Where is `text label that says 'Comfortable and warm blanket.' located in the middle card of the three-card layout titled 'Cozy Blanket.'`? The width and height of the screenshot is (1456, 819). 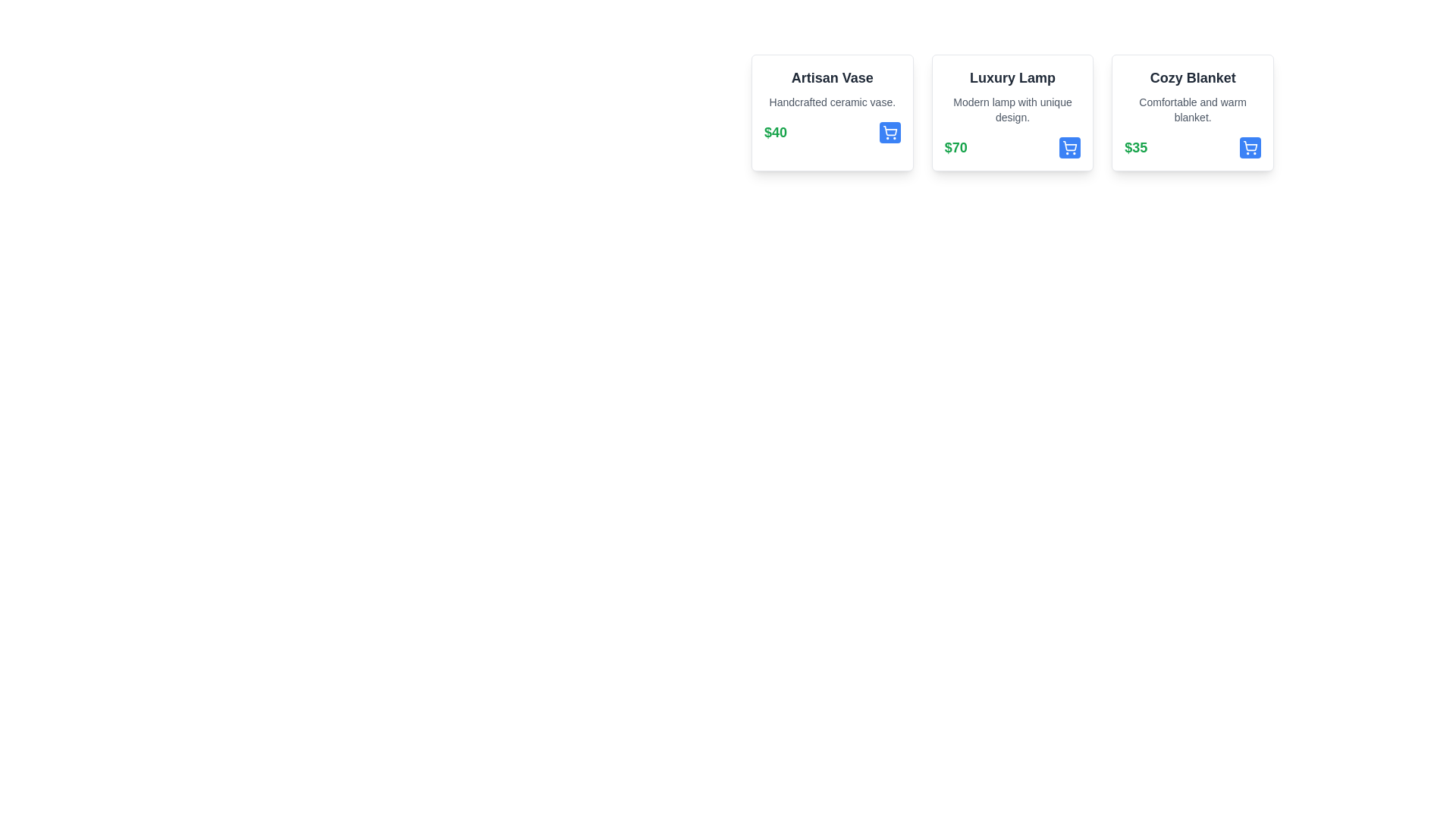
text label that says 'Comfortable and warm blanket.' located in the middle card of the three-card layout titled 'Cozy Blanket.' is located at coordinates (1192, 109).